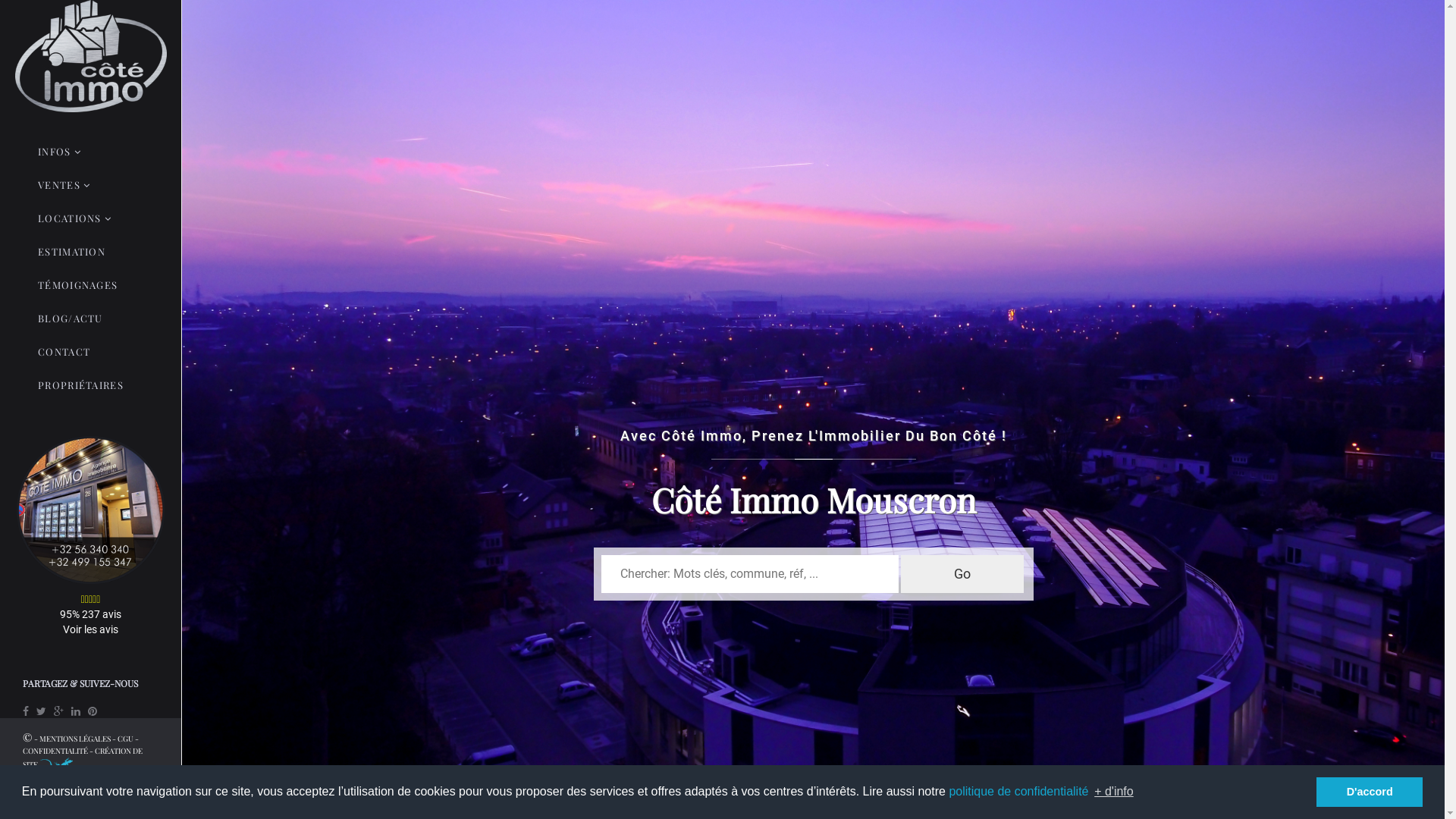  I want to click on 'Accueil', so click(14, 55).